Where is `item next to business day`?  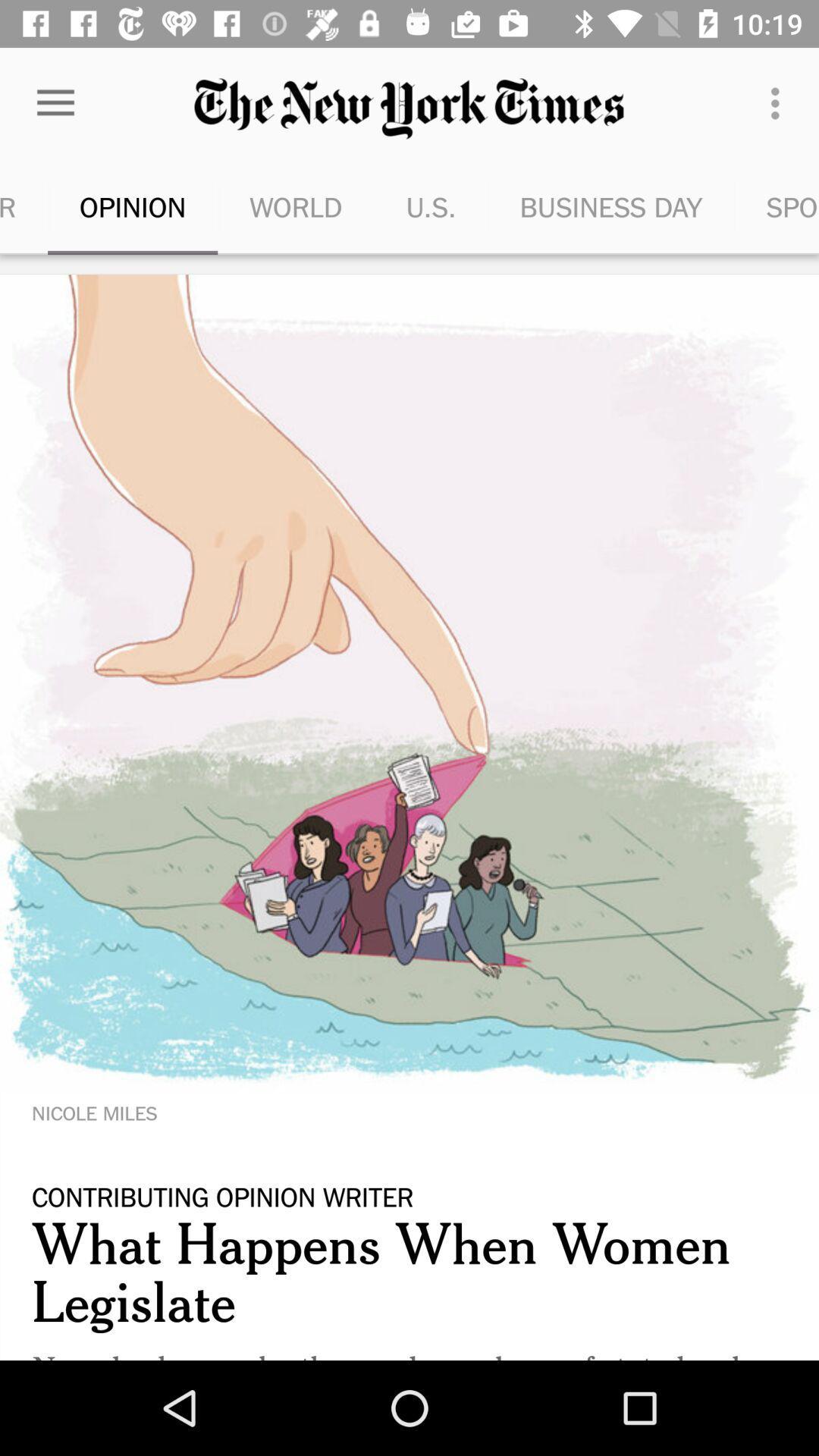
item next to business day is located at coordinates (779, 102).